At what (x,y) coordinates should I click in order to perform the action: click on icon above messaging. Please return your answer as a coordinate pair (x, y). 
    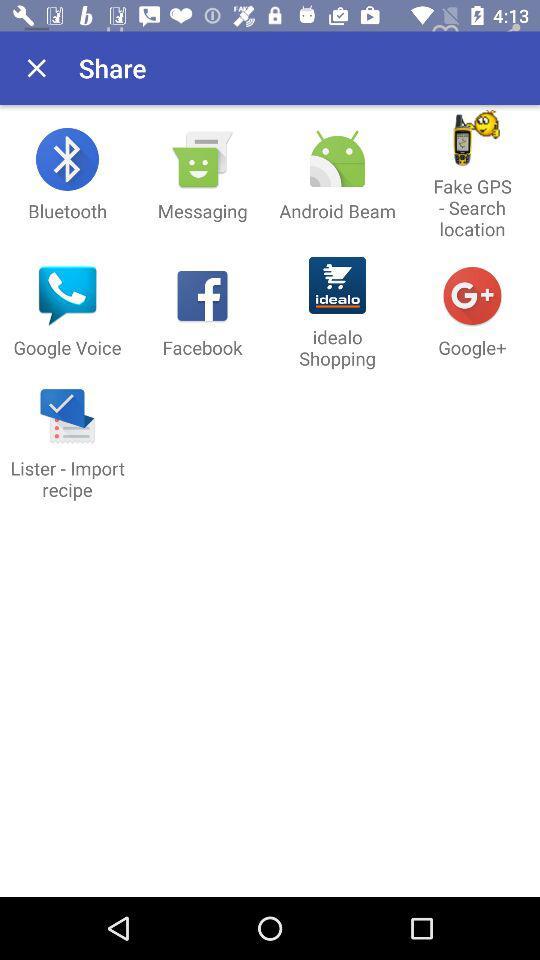
    Looking at the image, I should click on (202, 158).